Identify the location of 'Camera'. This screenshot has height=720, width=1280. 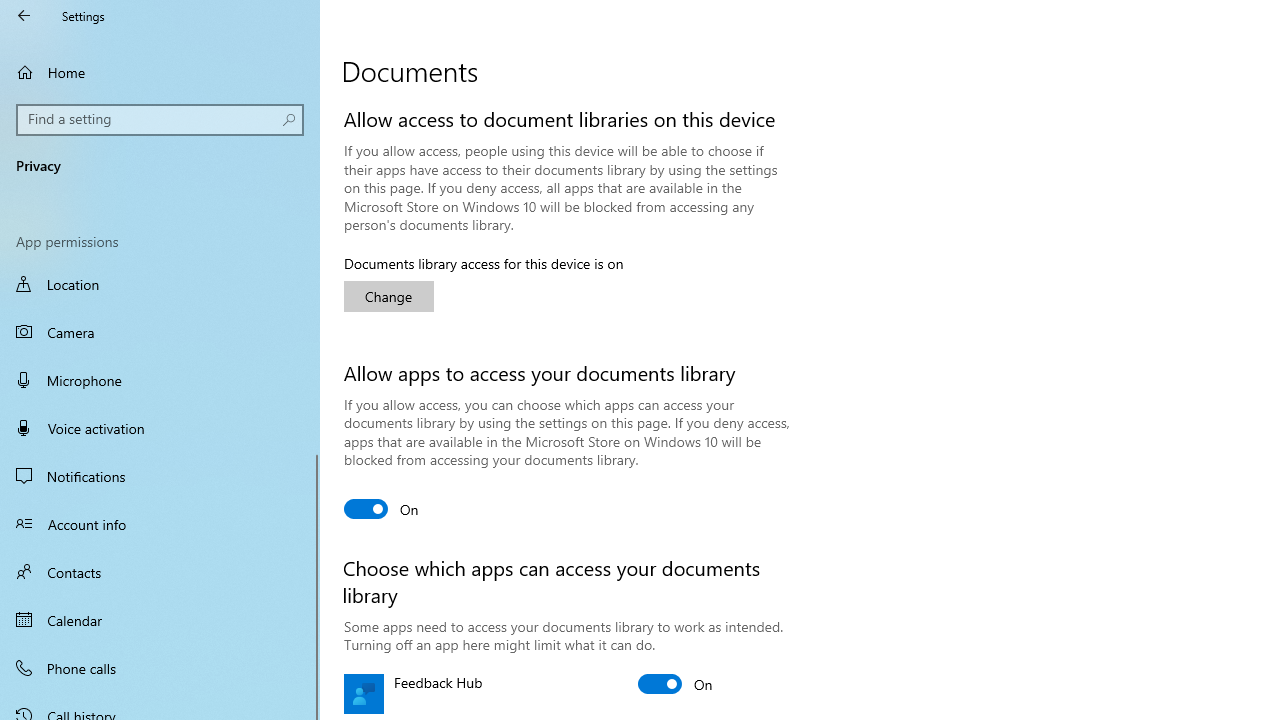
(160, 330).